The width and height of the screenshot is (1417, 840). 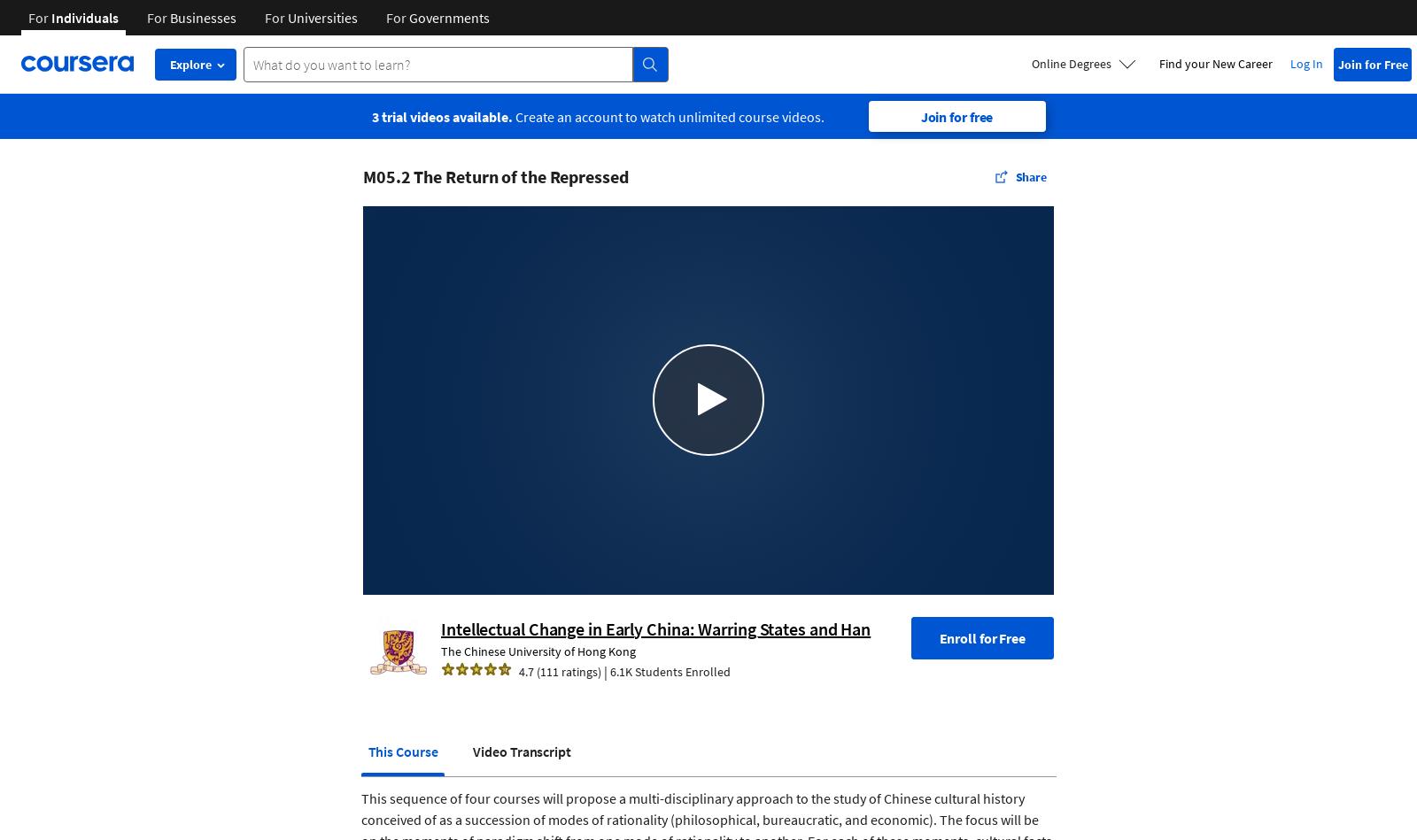 What do you see at coordinates (518, 670) in the screenshot?
I see `'4.7 (111 ratings)'` at bounding box center [518, 670].